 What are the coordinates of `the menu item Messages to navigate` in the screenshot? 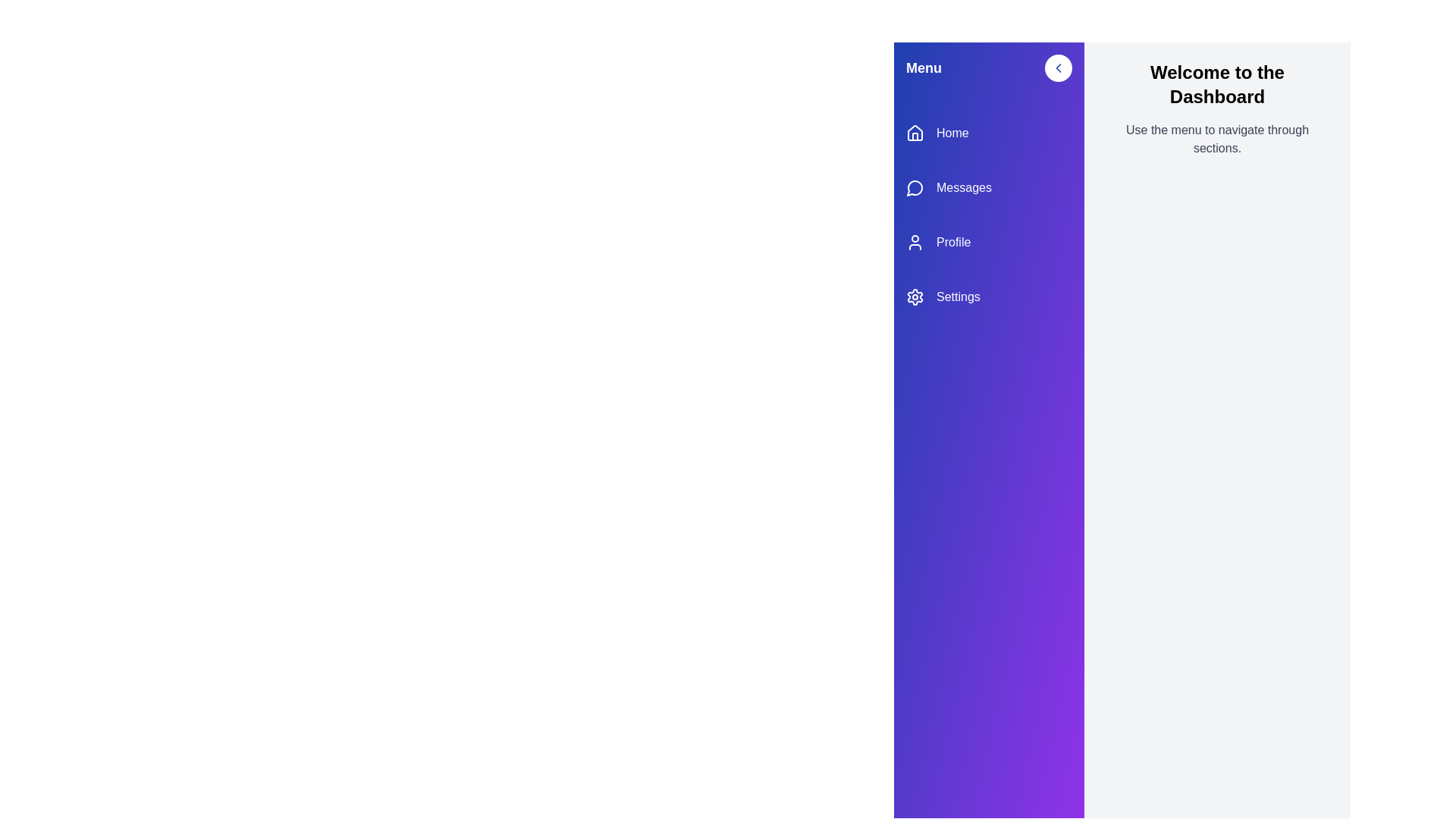 It's located at (989, 187).